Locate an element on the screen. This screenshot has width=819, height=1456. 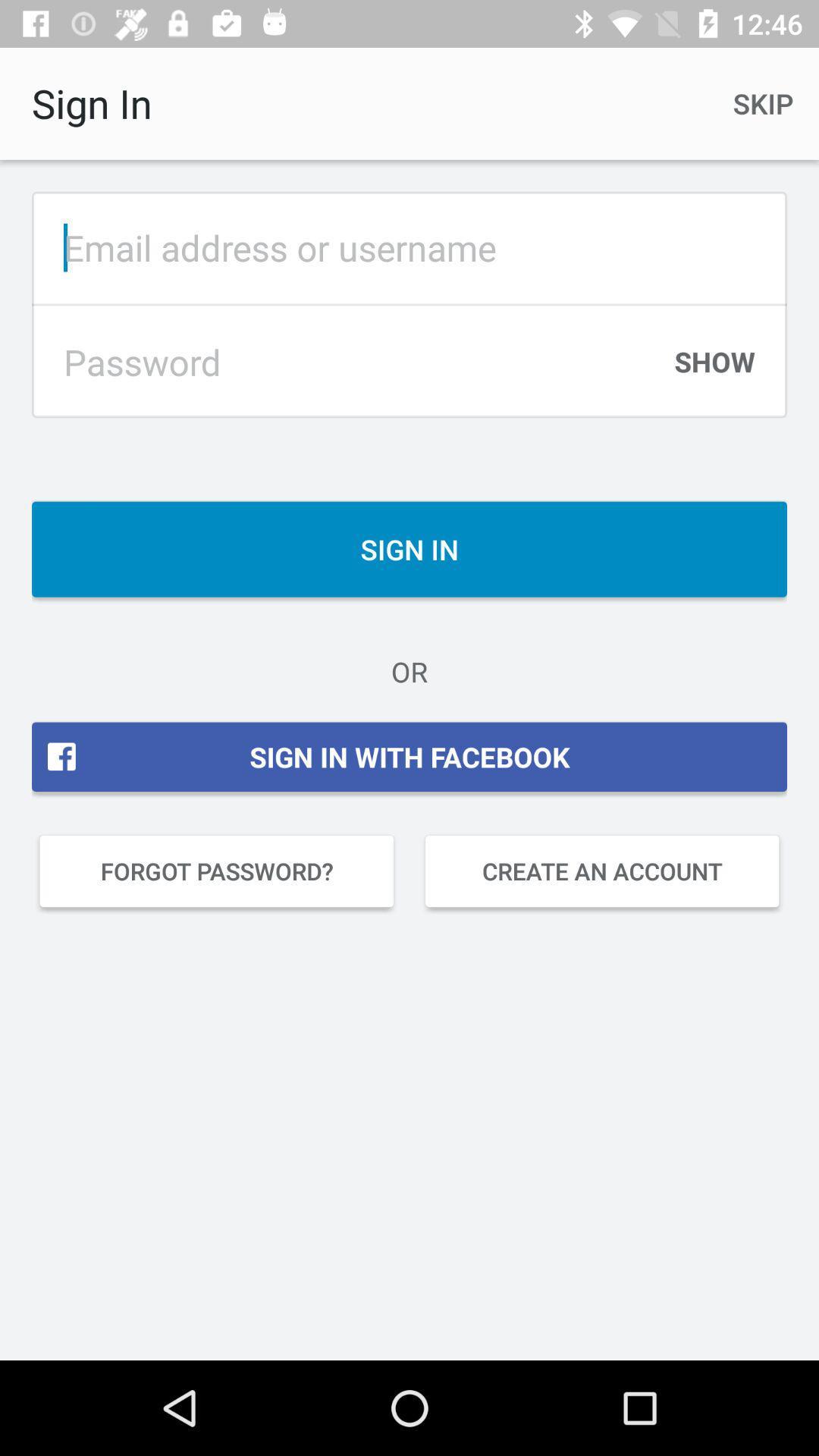
icon to the left of the create an account icon is located at coordinates (216, 871).